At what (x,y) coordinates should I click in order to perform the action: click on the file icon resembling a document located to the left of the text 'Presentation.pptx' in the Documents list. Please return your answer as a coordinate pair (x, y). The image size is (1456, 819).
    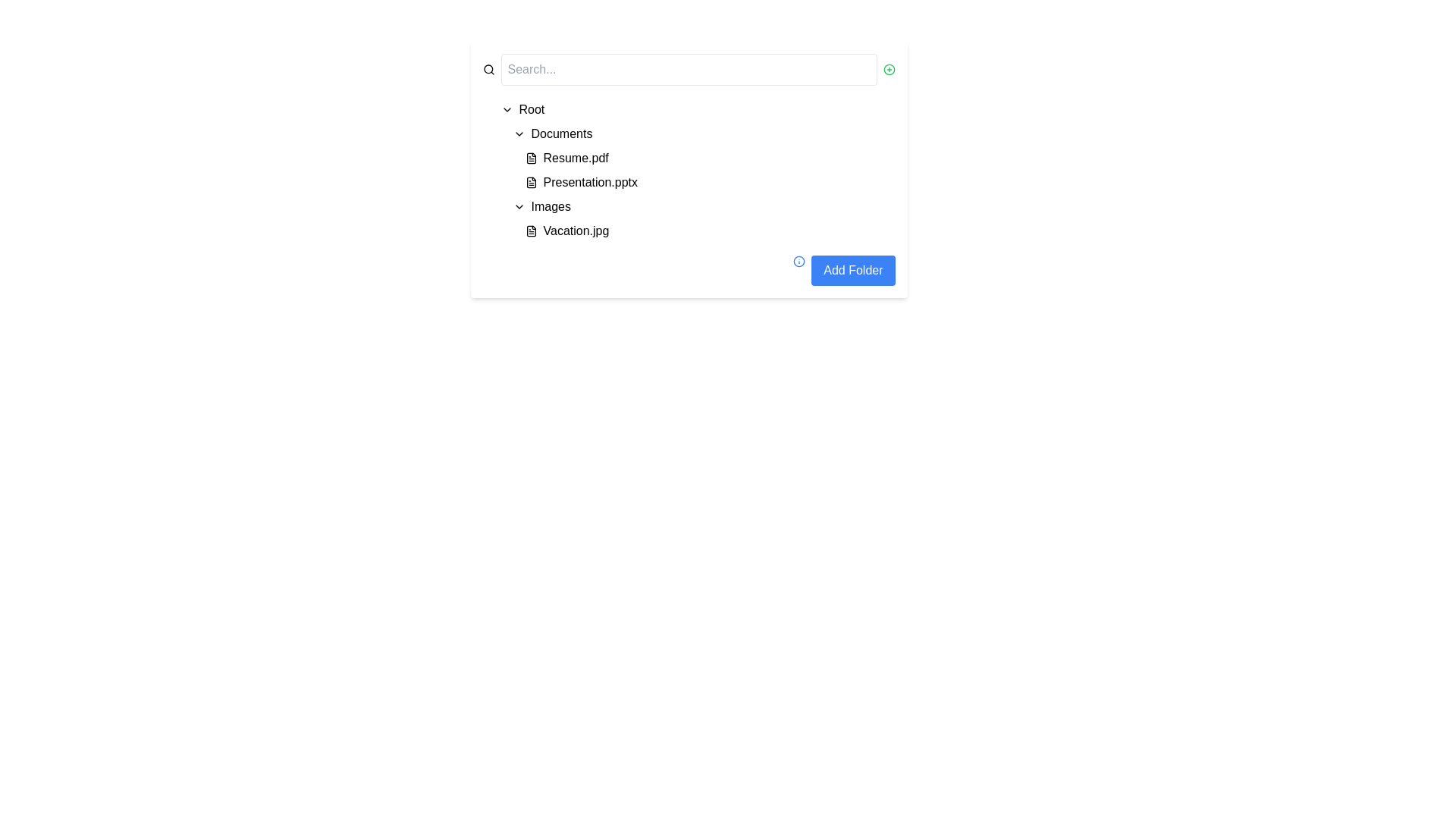
    Looking at the image, I should click on (531, 181).